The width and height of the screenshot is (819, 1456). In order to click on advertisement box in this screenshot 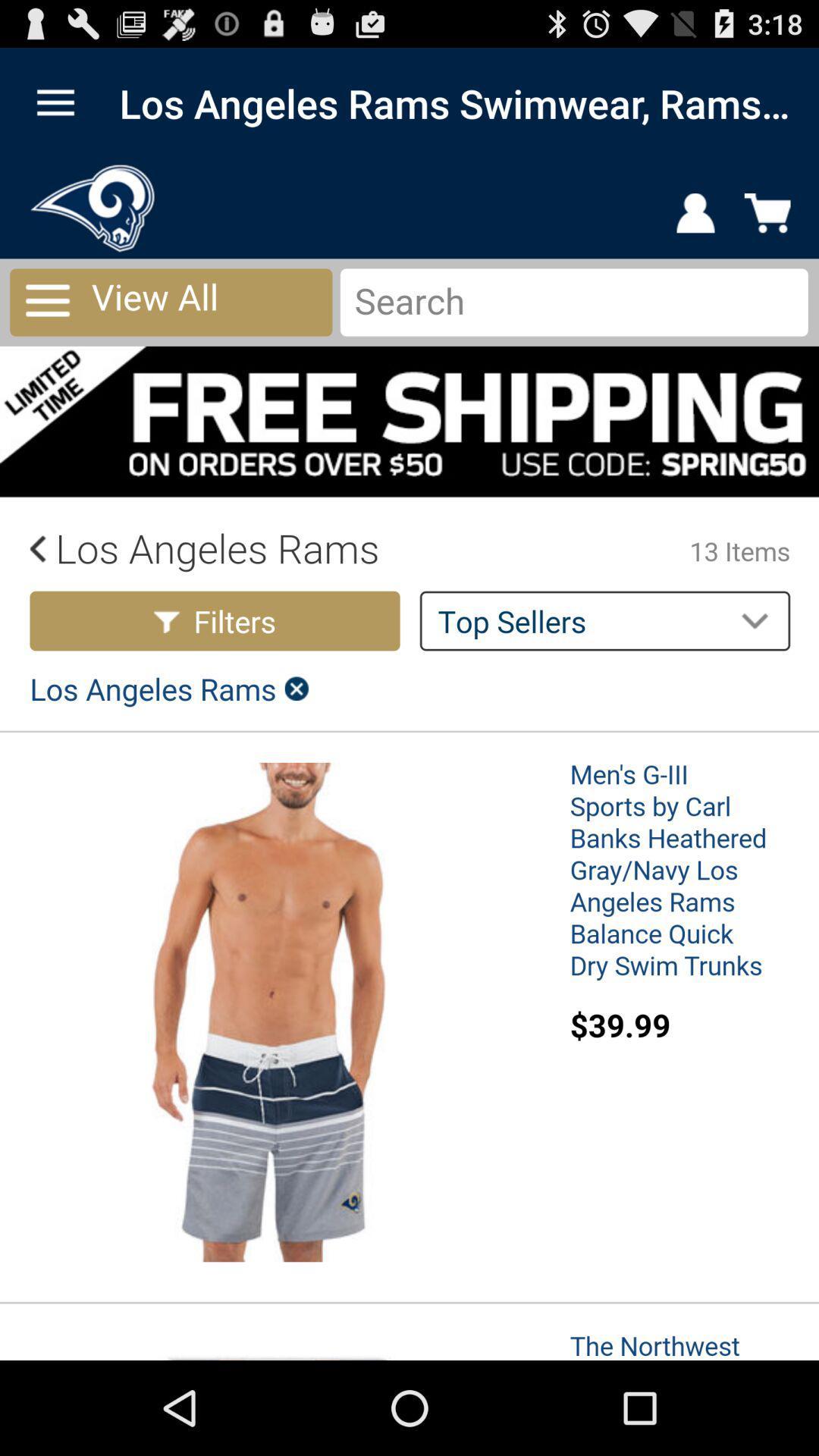, I will do `click(409, 760)`.